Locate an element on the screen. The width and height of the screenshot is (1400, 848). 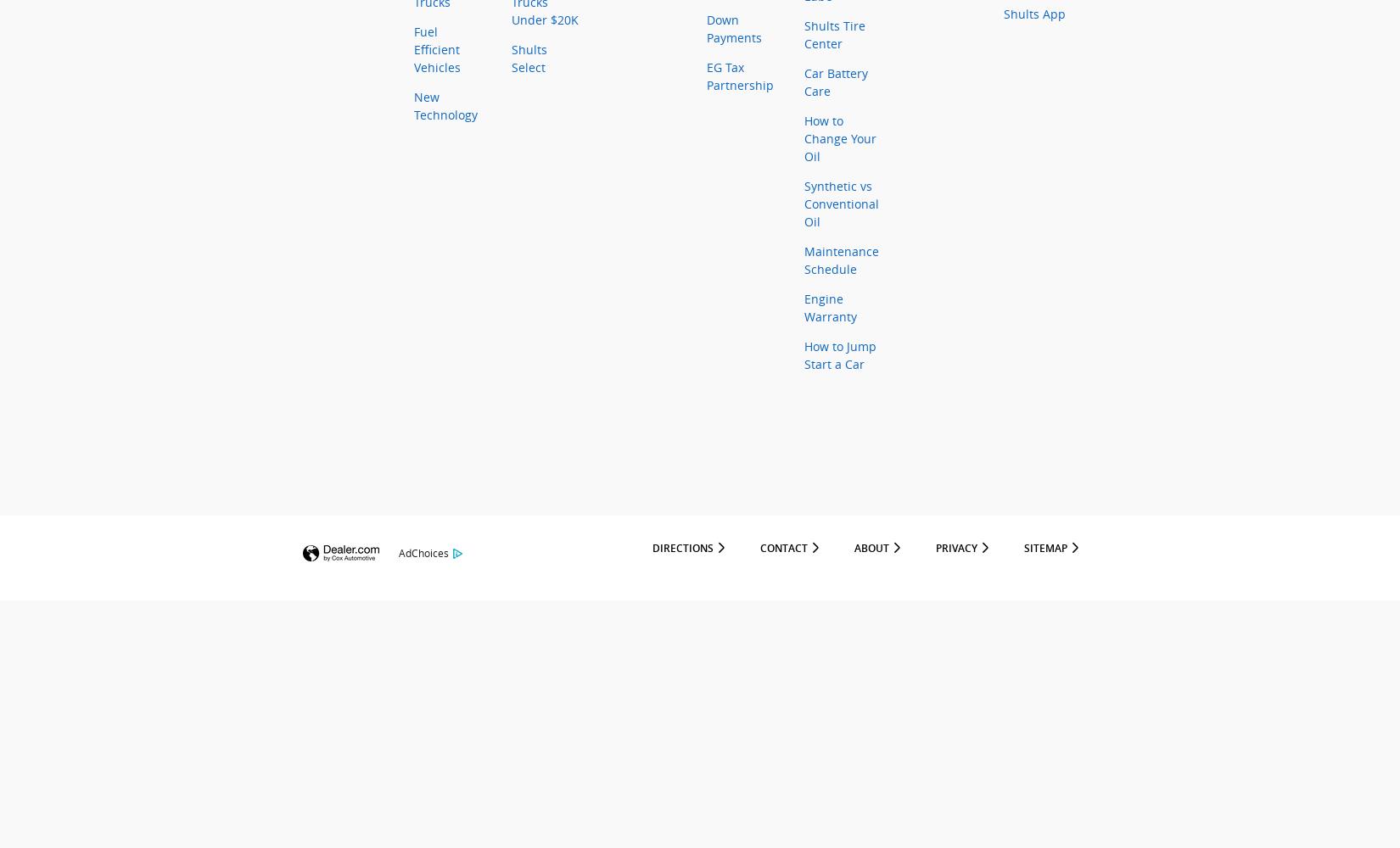
'How to Jump Start a Car' is located at coordinates (840, 355).